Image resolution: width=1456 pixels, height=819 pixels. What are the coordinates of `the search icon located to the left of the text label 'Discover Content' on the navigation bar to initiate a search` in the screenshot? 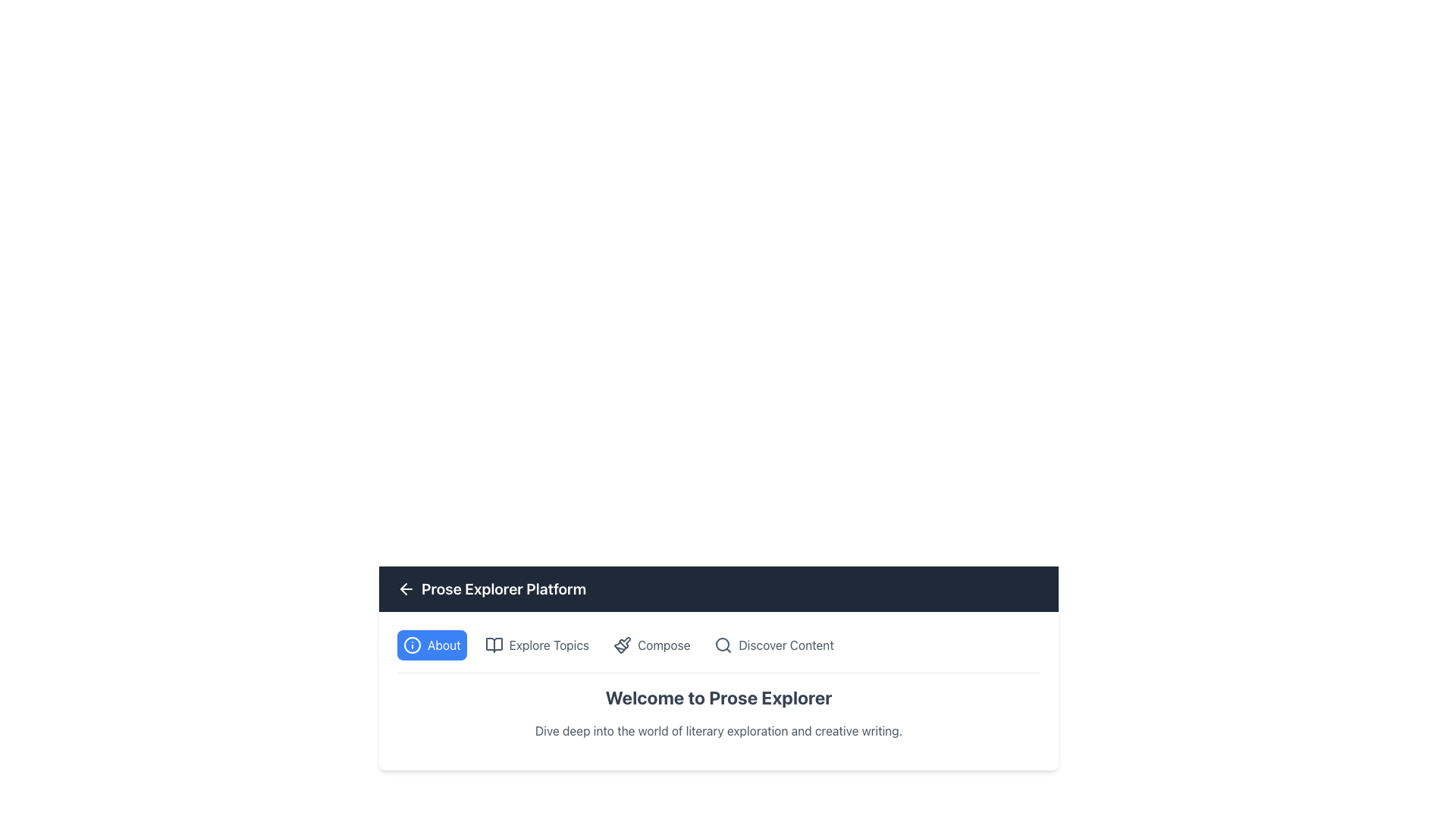 It's located at (723, 645).